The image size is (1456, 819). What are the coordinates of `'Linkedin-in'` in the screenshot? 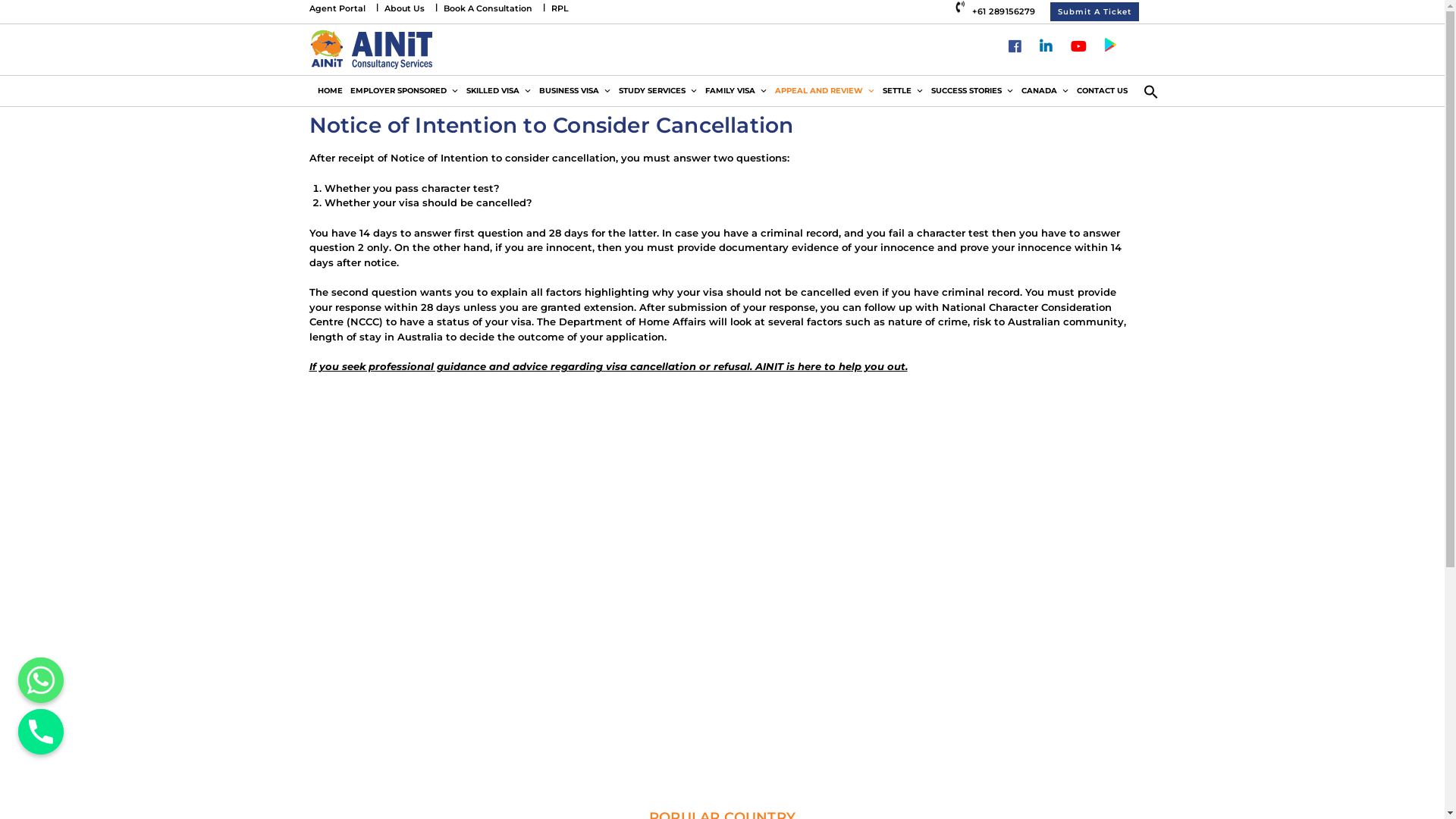 It's located at (1044, 46).